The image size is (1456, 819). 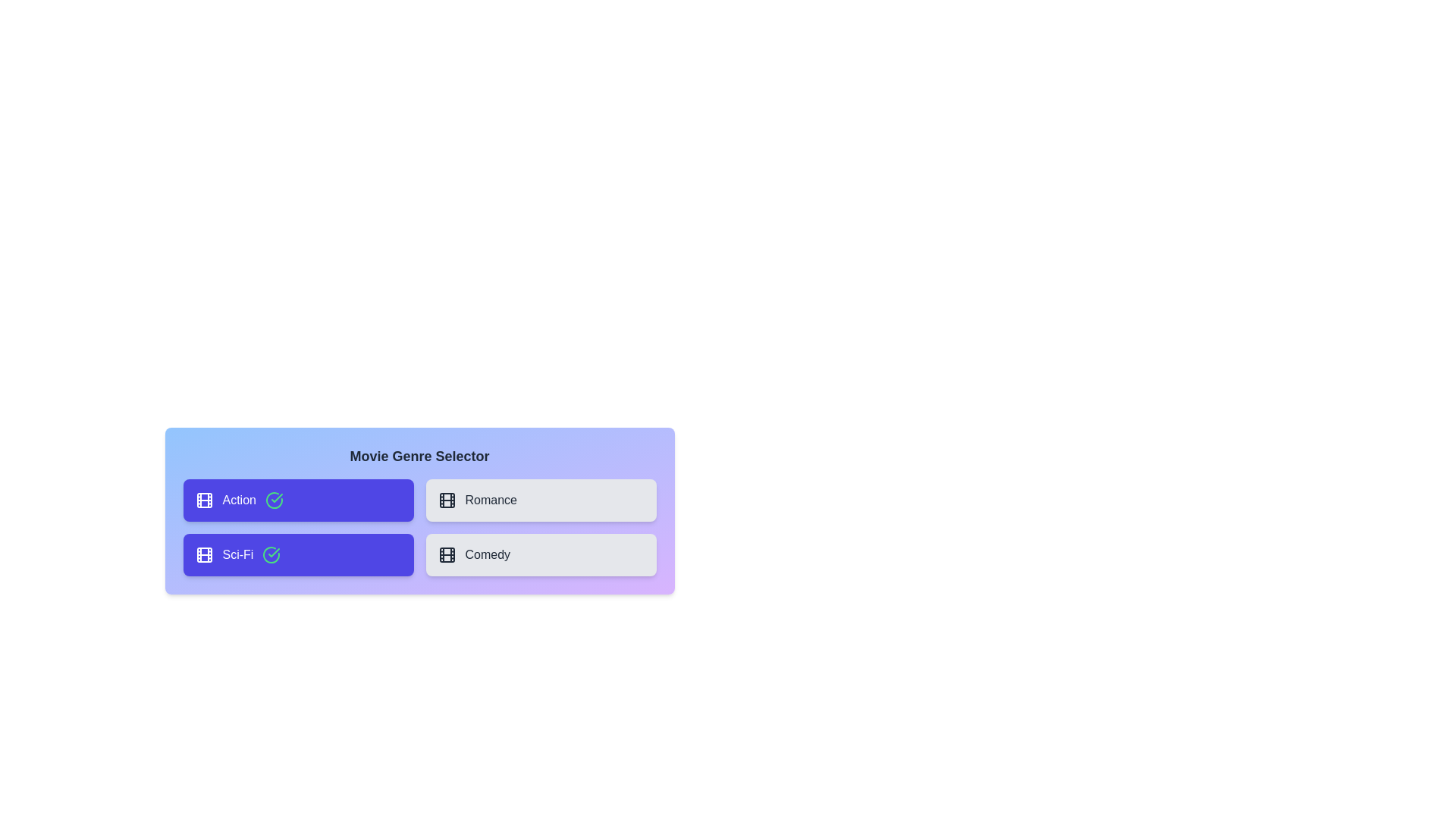 What do you see at coordinates (541, 500) in the screenshot?
I see `the genre Romance by clicking its button` at bounding box center [541, 500].